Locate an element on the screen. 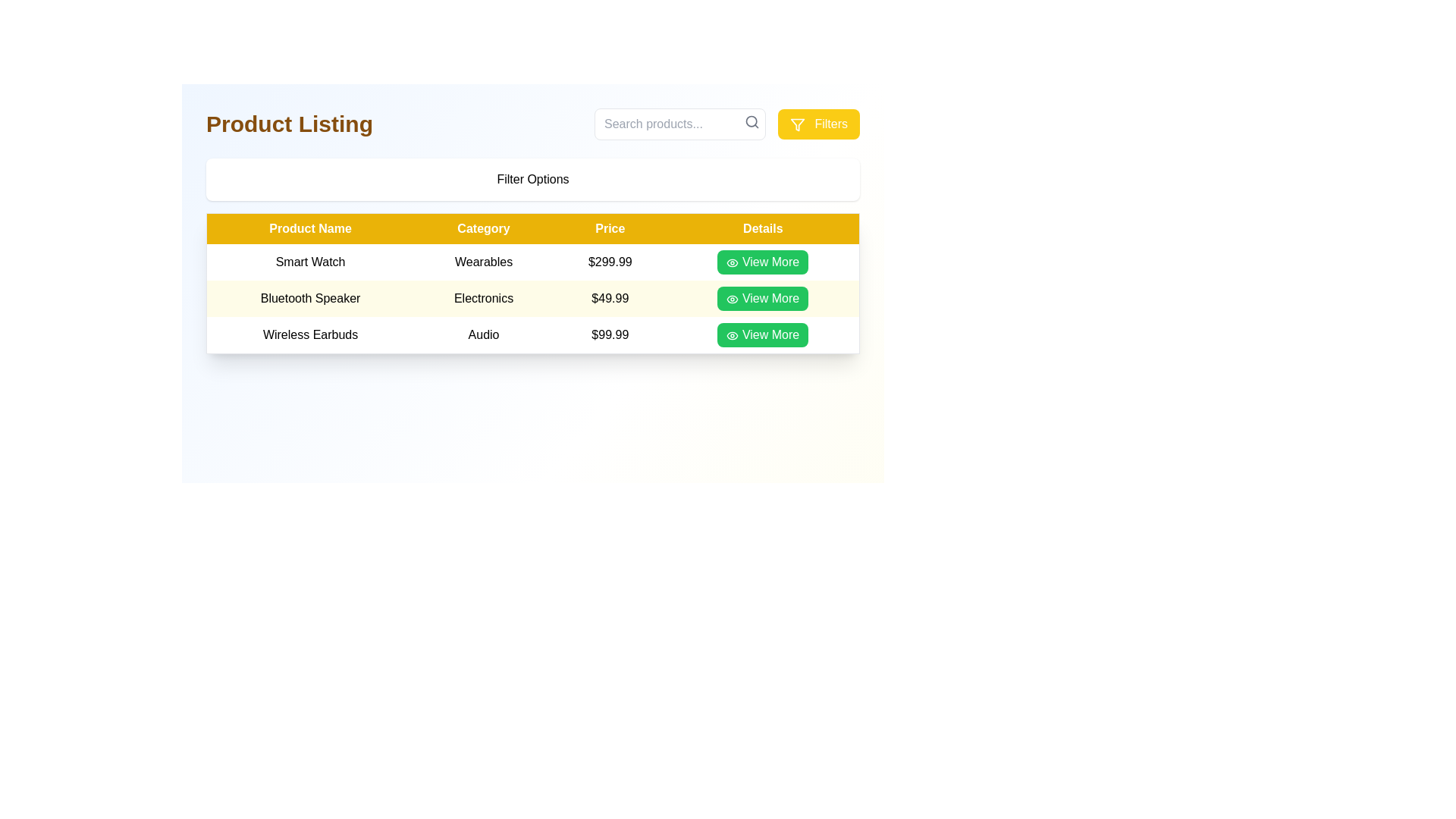 The height and width of the screenshot is (819, 1456). the Text label that identifies the category of the product, located in the second column of the second row under the 'Category' heading next to 'Bluetooth Speaker' is located at coordinates (483, 298).